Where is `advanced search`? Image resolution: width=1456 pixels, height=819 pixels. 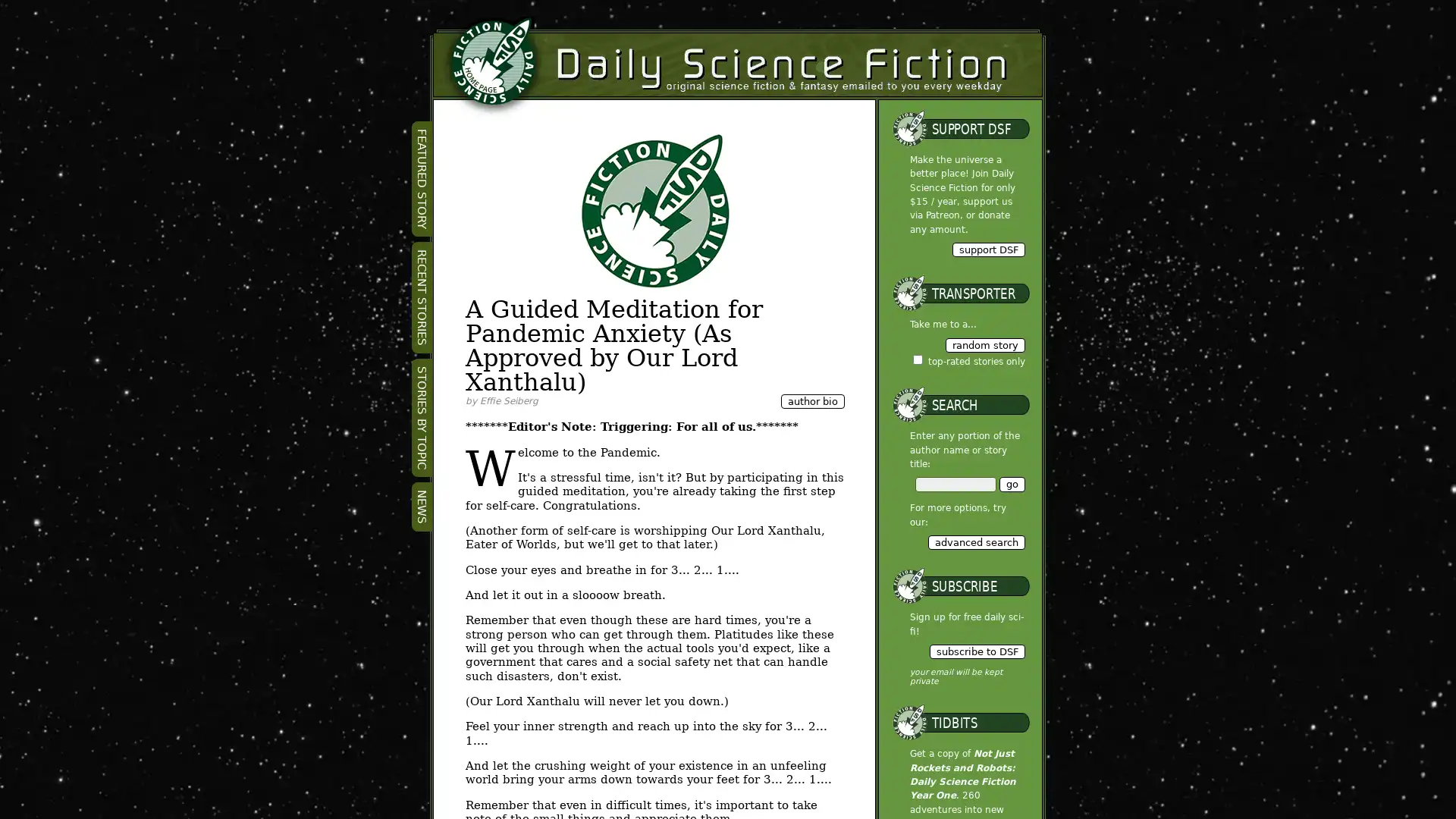
advanced search is located at coordinates (975, 541).